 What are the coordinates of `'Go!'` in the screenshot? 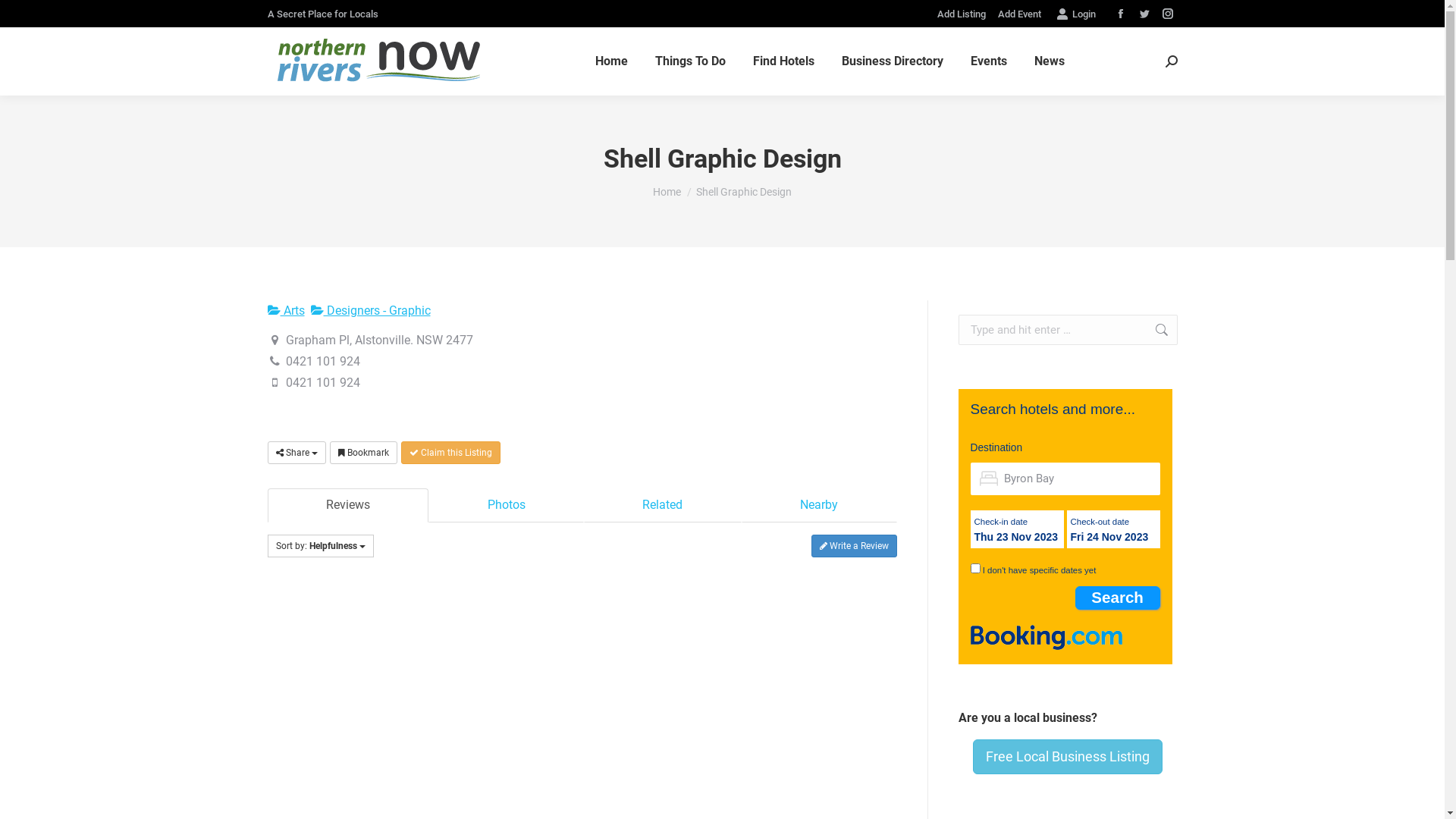 It's located at (1139, 329).